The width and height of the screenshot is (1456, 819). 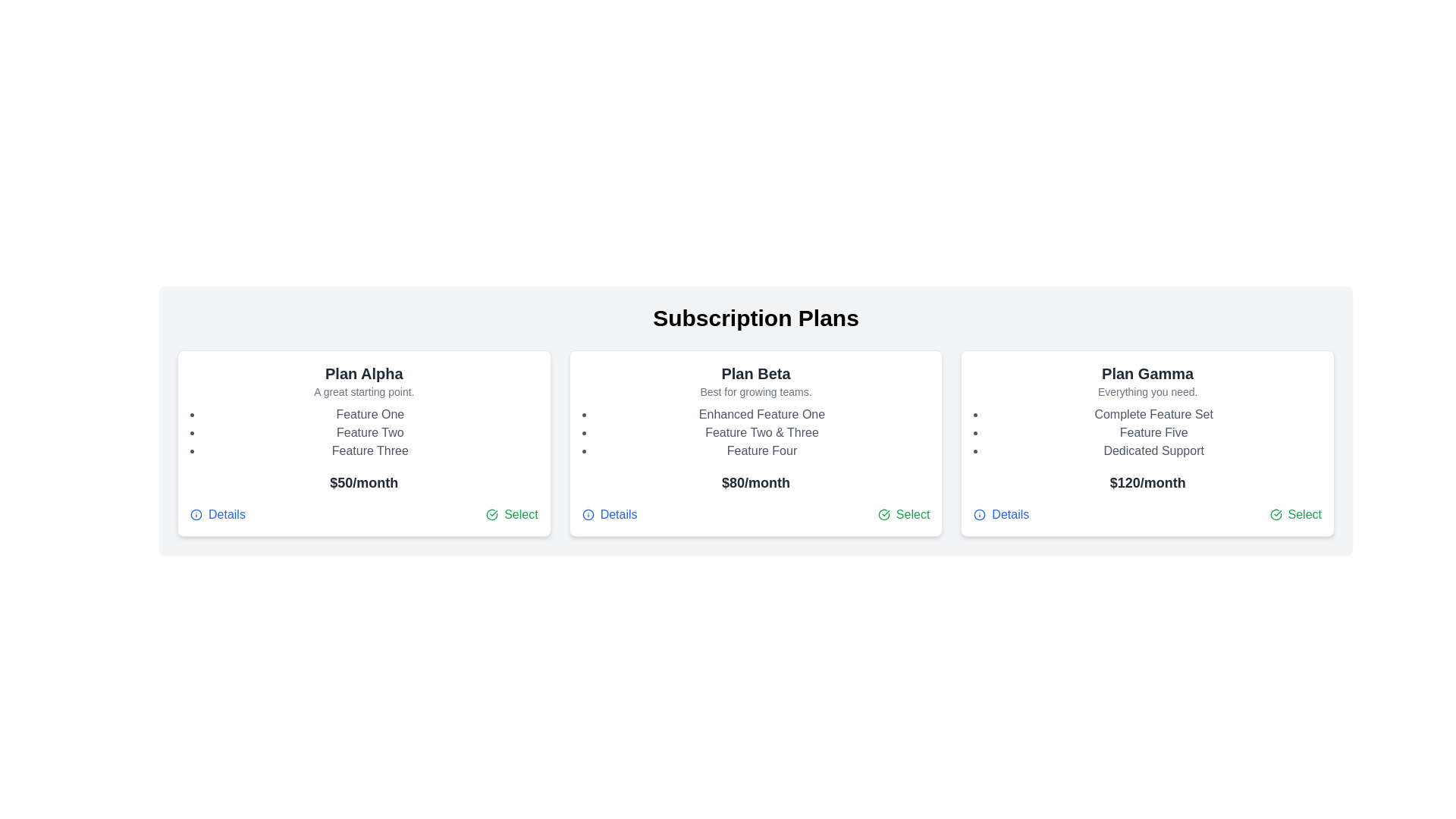 What do you see at coordinates (364, 391) in the screenshot?
I see `the text label that describes the 'Plan Alpha' subscription plan, which is located below the title 'Plan Alpha' and above the bullet list of features in the first card of the subscription plans layout` at bounding box center [364, 391].